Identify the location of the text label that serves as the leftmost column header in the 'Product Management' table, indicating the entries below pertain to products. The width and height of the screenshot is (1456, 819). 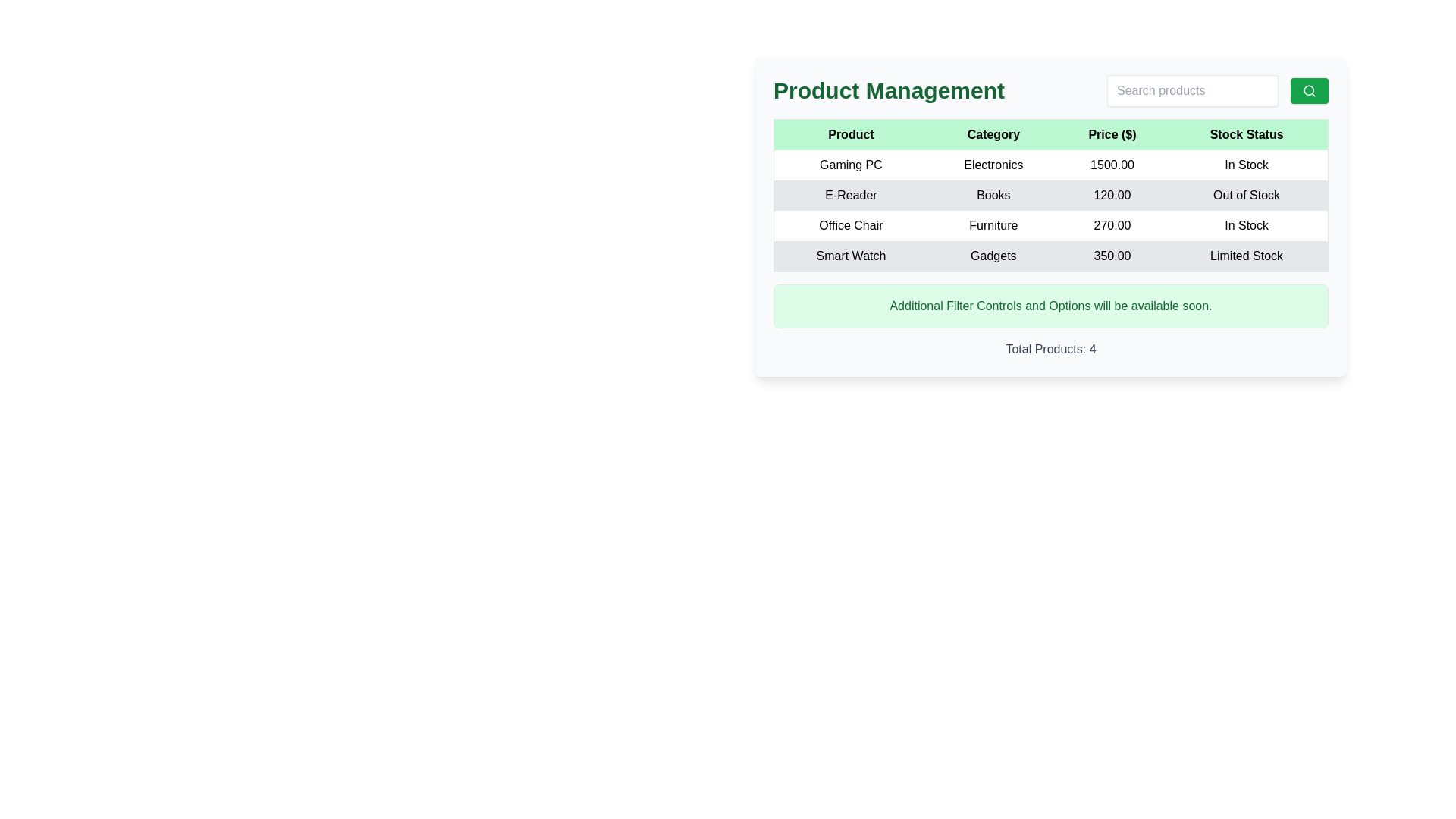
(851, 133).